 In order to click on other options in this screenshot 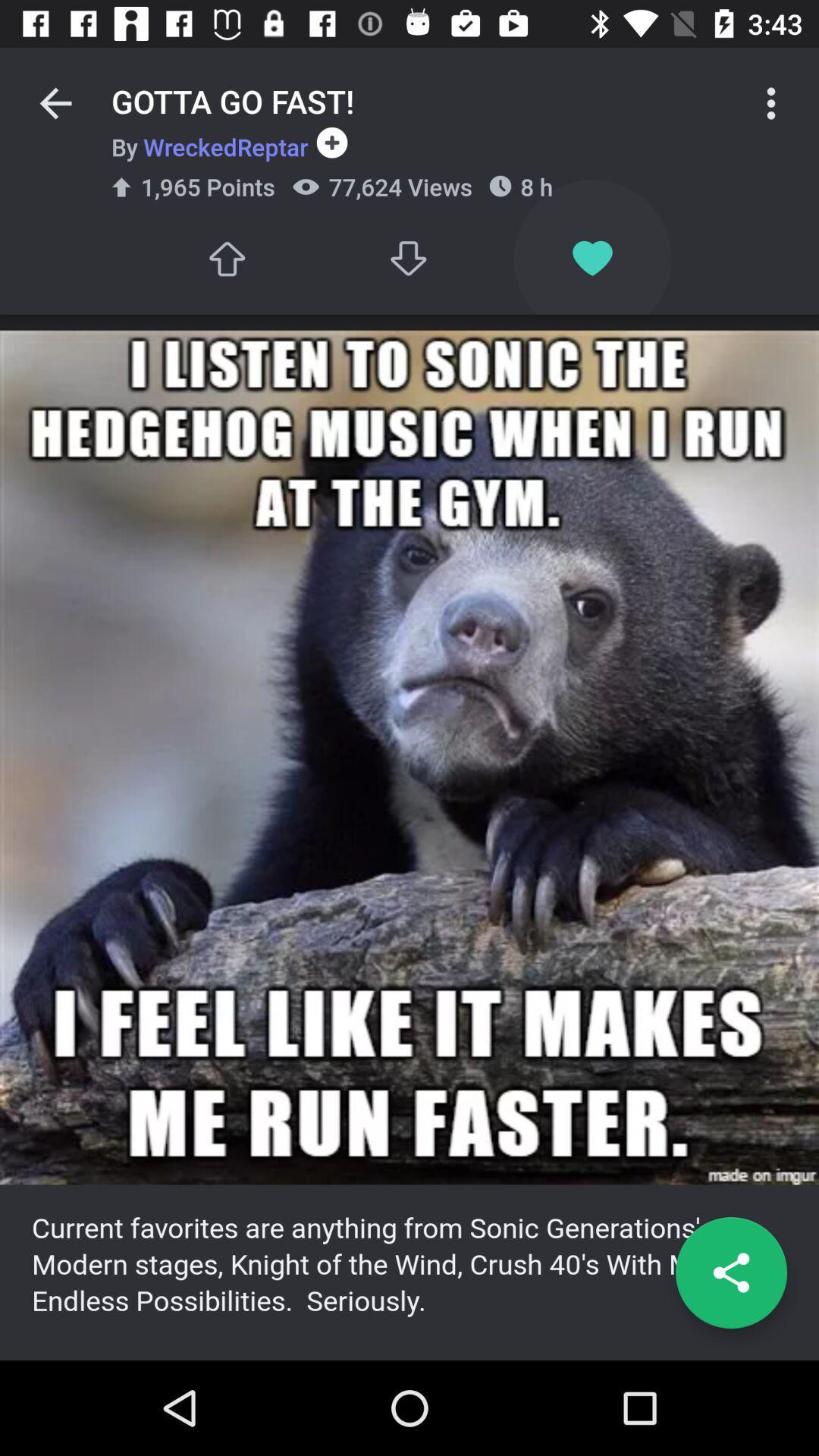, I will do `click(771, 102)`.